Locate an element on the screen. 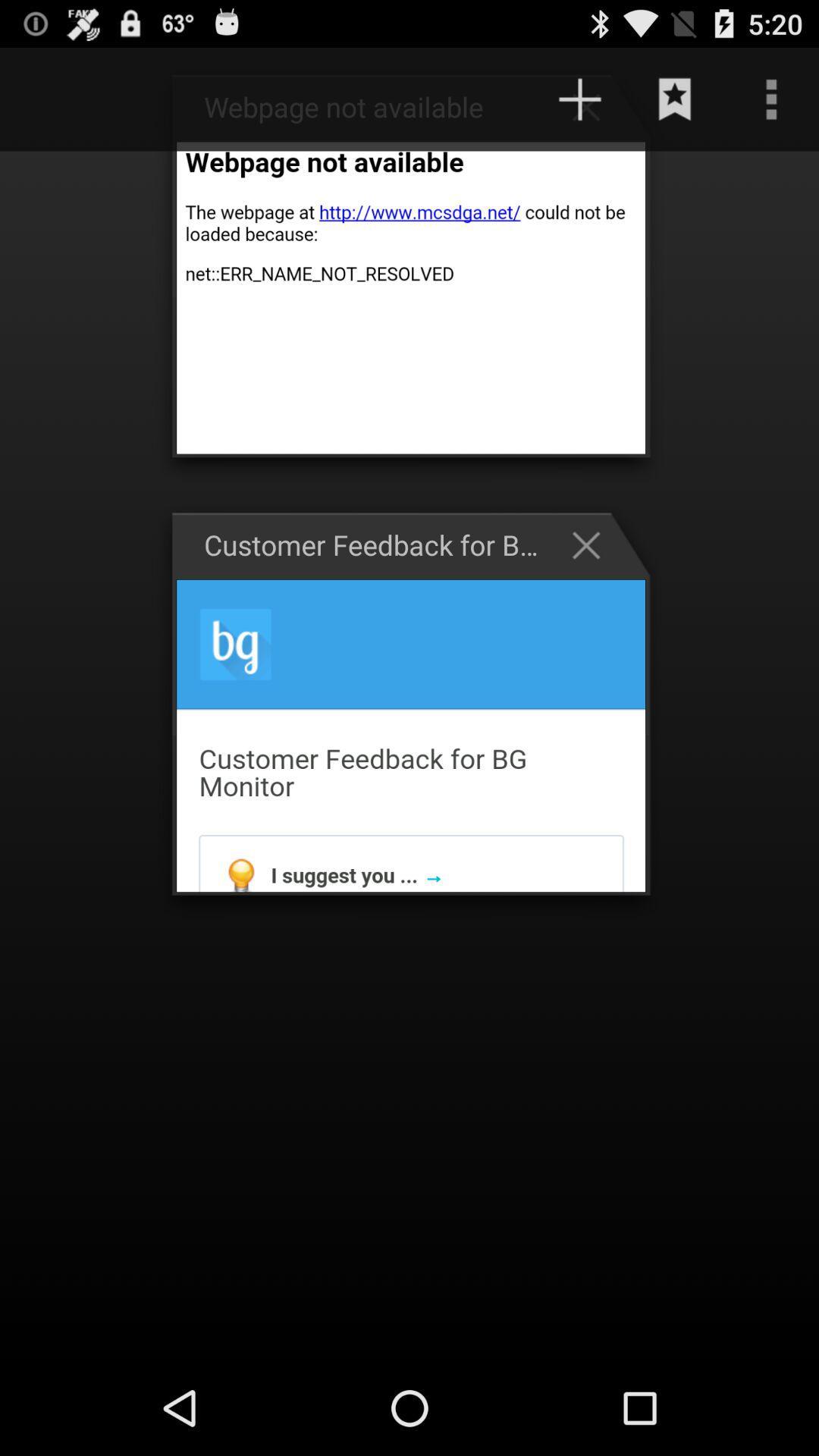 This screenshot has width=819, height=1456. the add icon is located at coordinates (579, 105).